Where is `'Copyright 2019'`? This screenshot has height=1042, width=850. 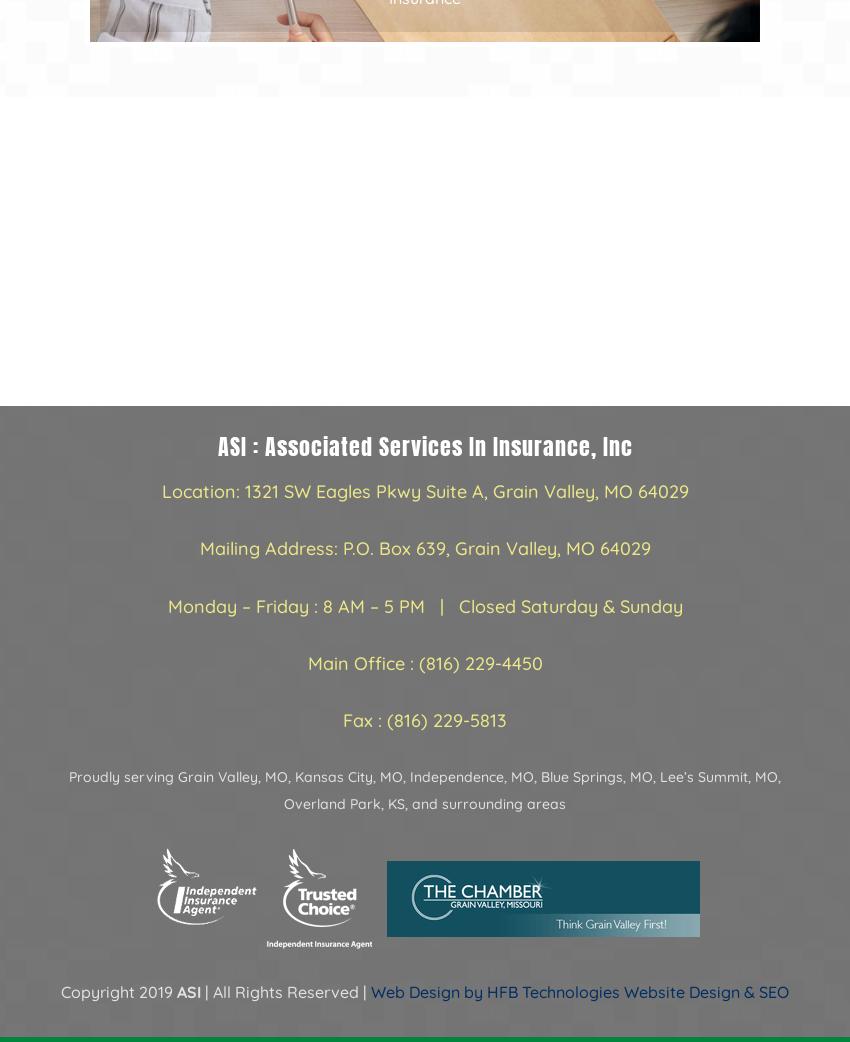
'Copyright 2019' is located at coordinates (118, 991).